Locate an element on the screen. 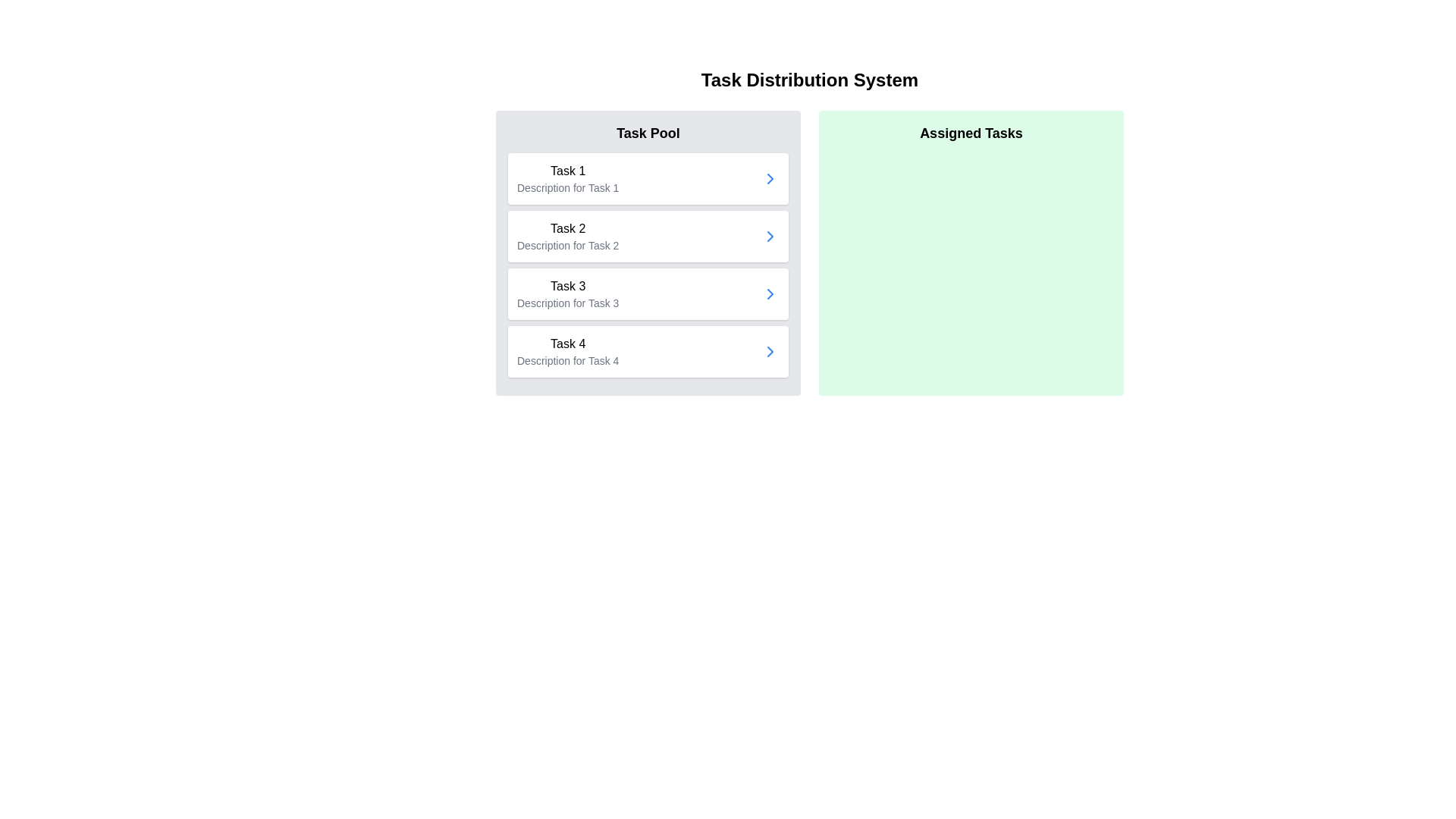  the fourth task entry in the 'Task Pool' section, which displays the task's title and description is located at coordinates (567, 351).